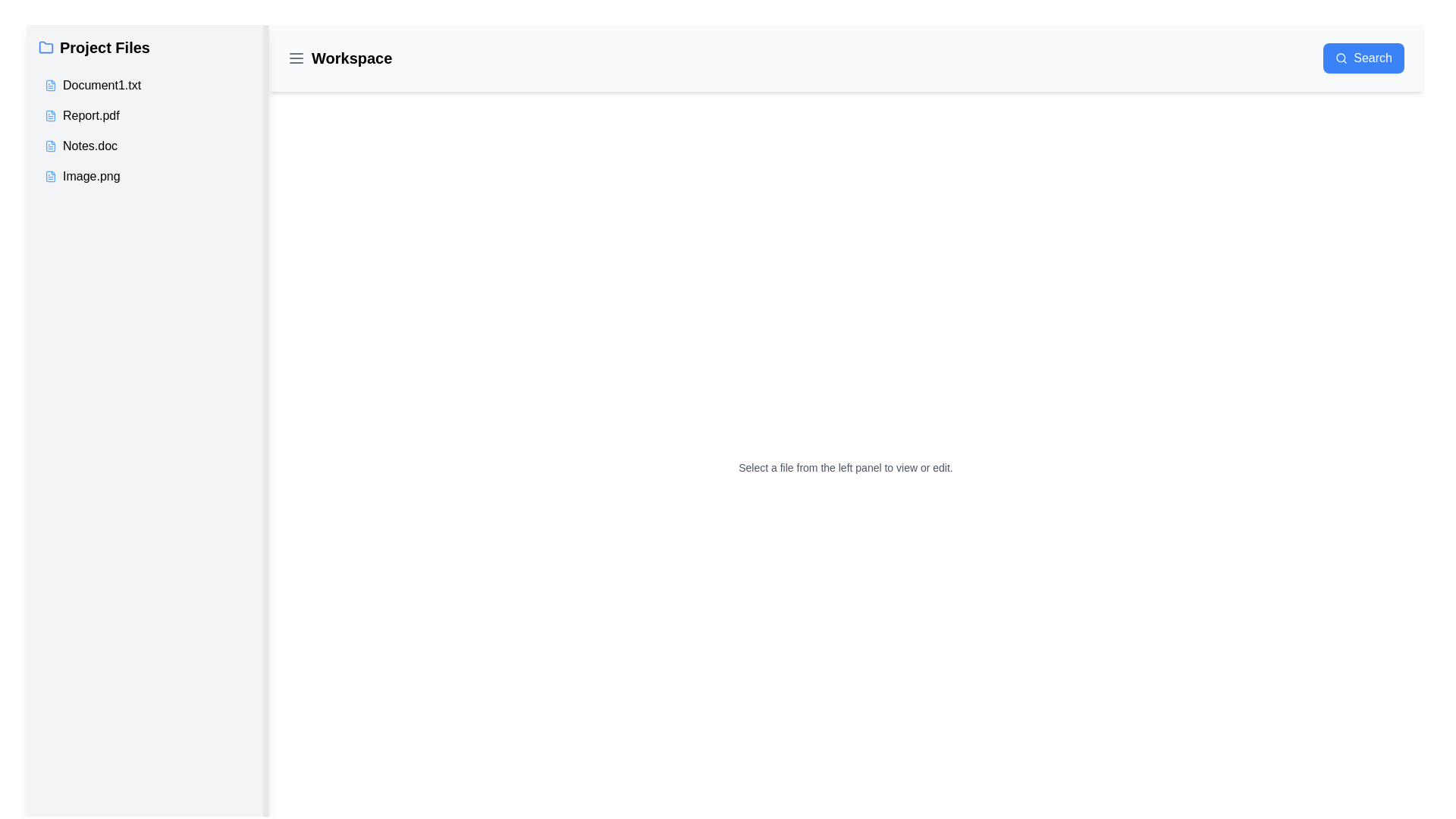 This screenshot has height=819, width=1456. Describe the element at coordinates (148, 175) in the screenshot. I see `the fourth Clickable File Entry labeled 'Image.png'` at that location.